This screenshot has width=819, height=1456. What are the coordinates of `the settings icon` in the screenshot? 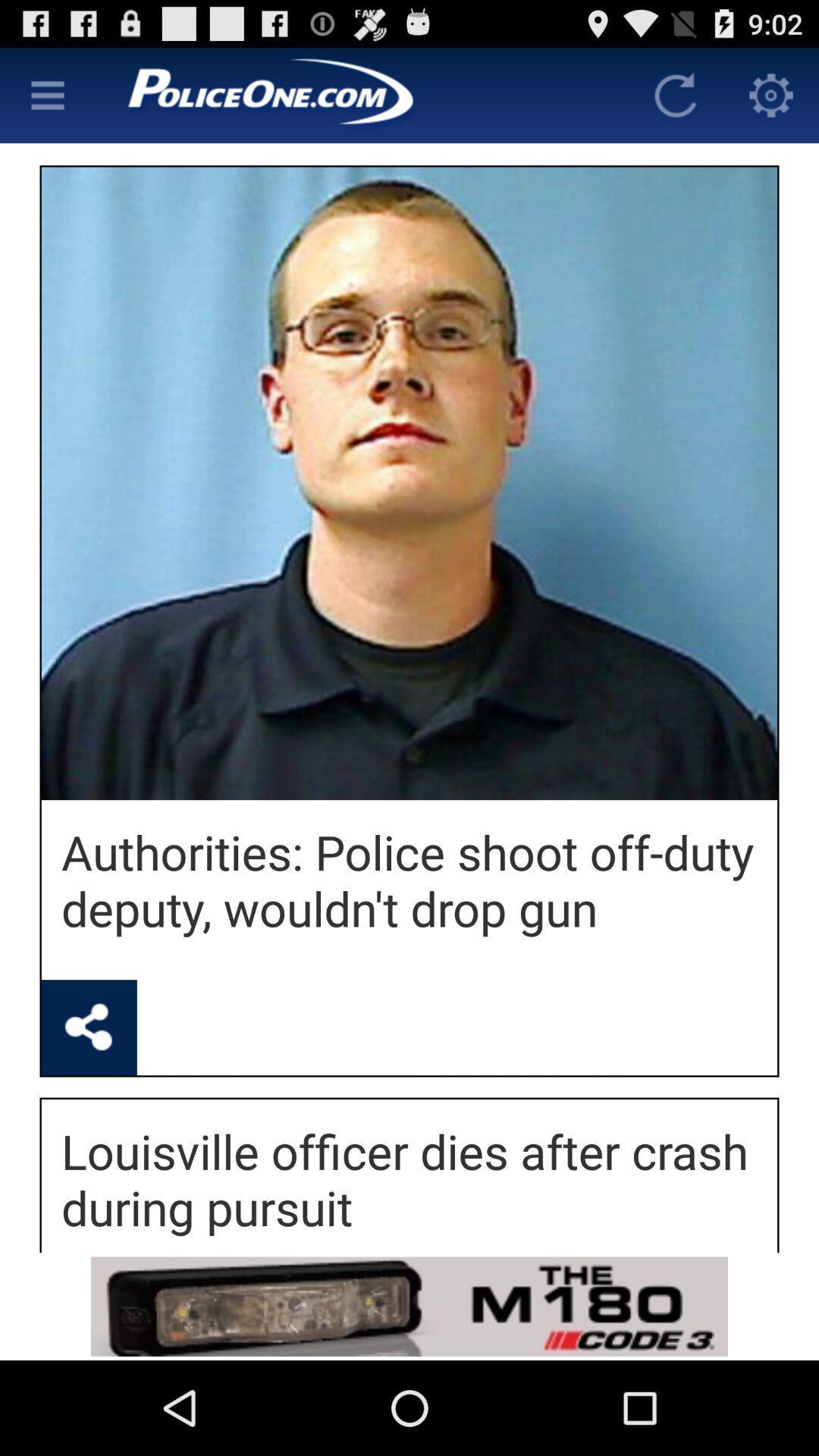 It's located at (771, 101).